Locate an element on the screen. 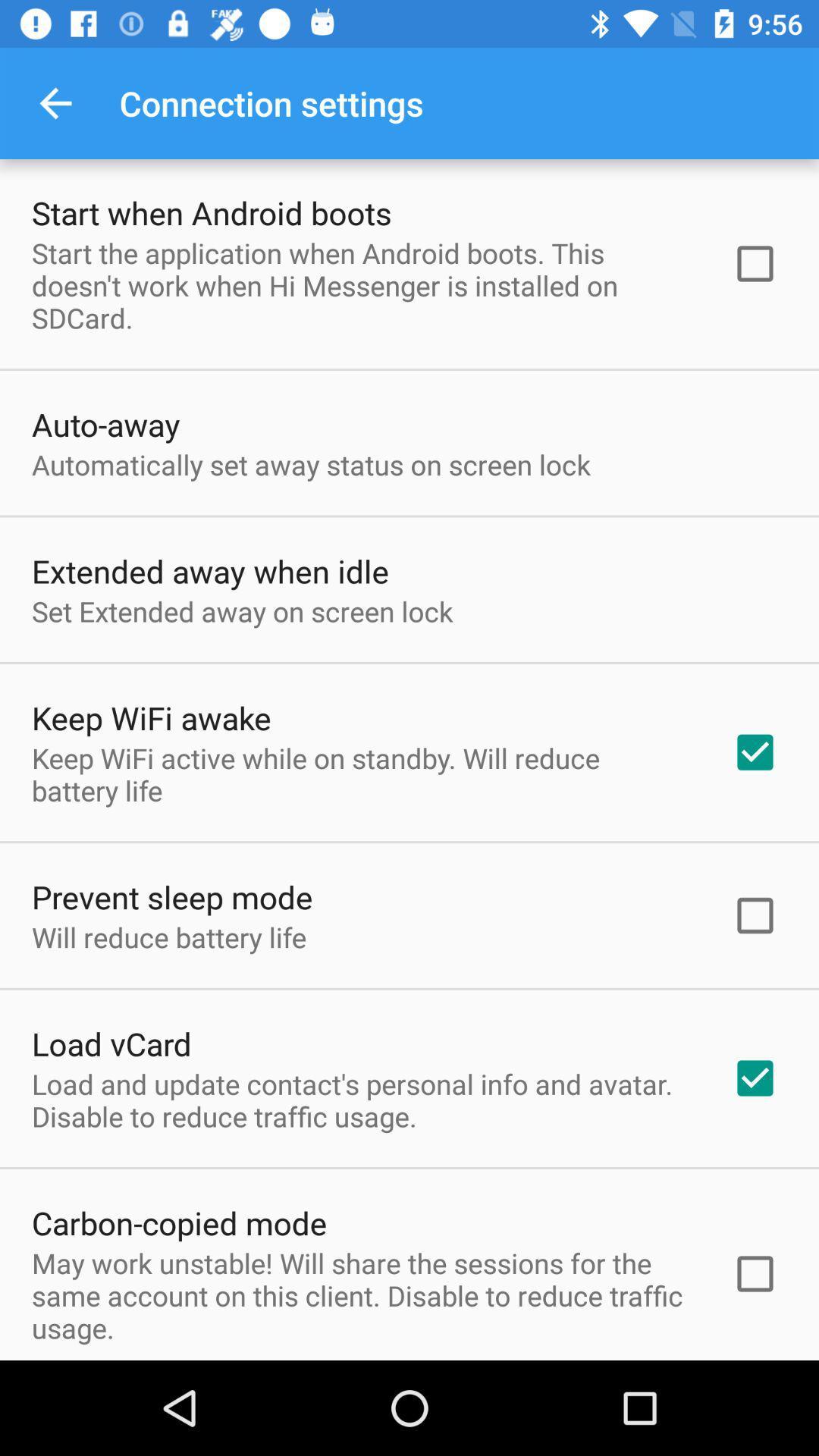 The width and height of the screenshot is (819, 1456). start the application icon is located at coordinates (362, 285).